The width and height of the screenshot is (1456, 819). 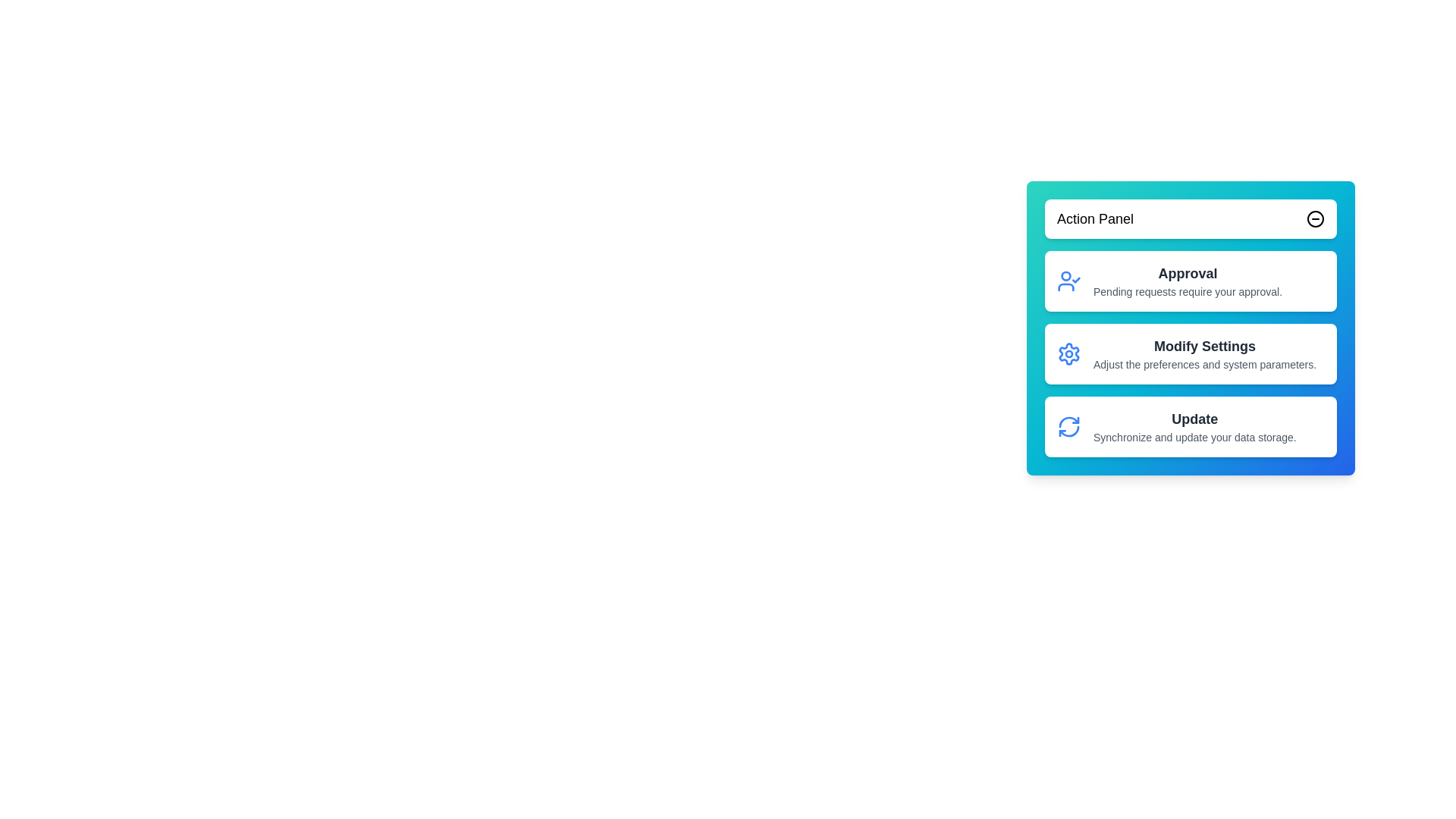 What do you see at coordinates (1187, 274) in the screenshot?
I see `the Approval button to trigger its functionality` at bounding box center [1187, 274].